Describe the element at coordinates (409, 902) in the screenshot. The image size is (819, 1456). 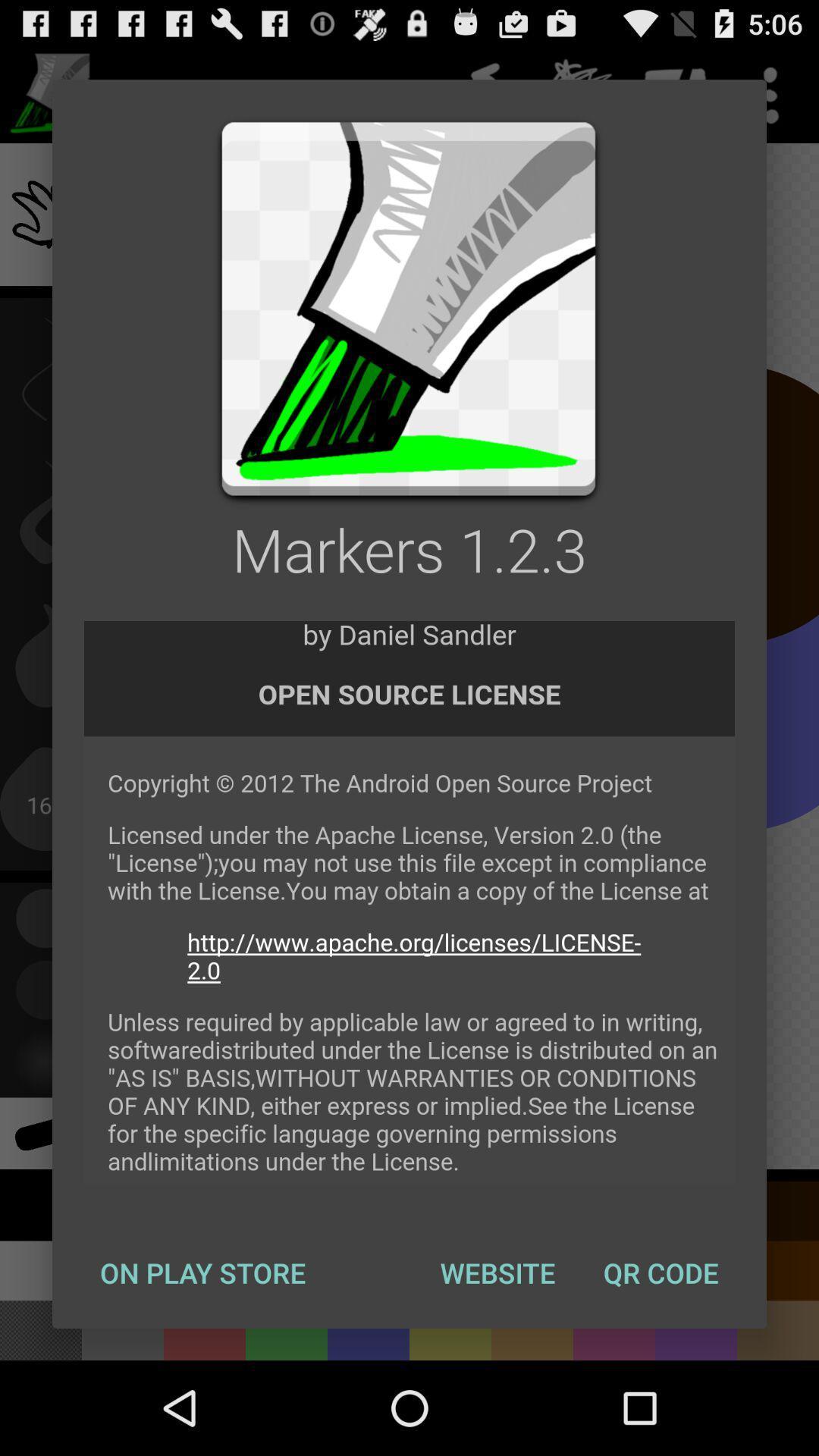
I see `permissions for using app` at that location.